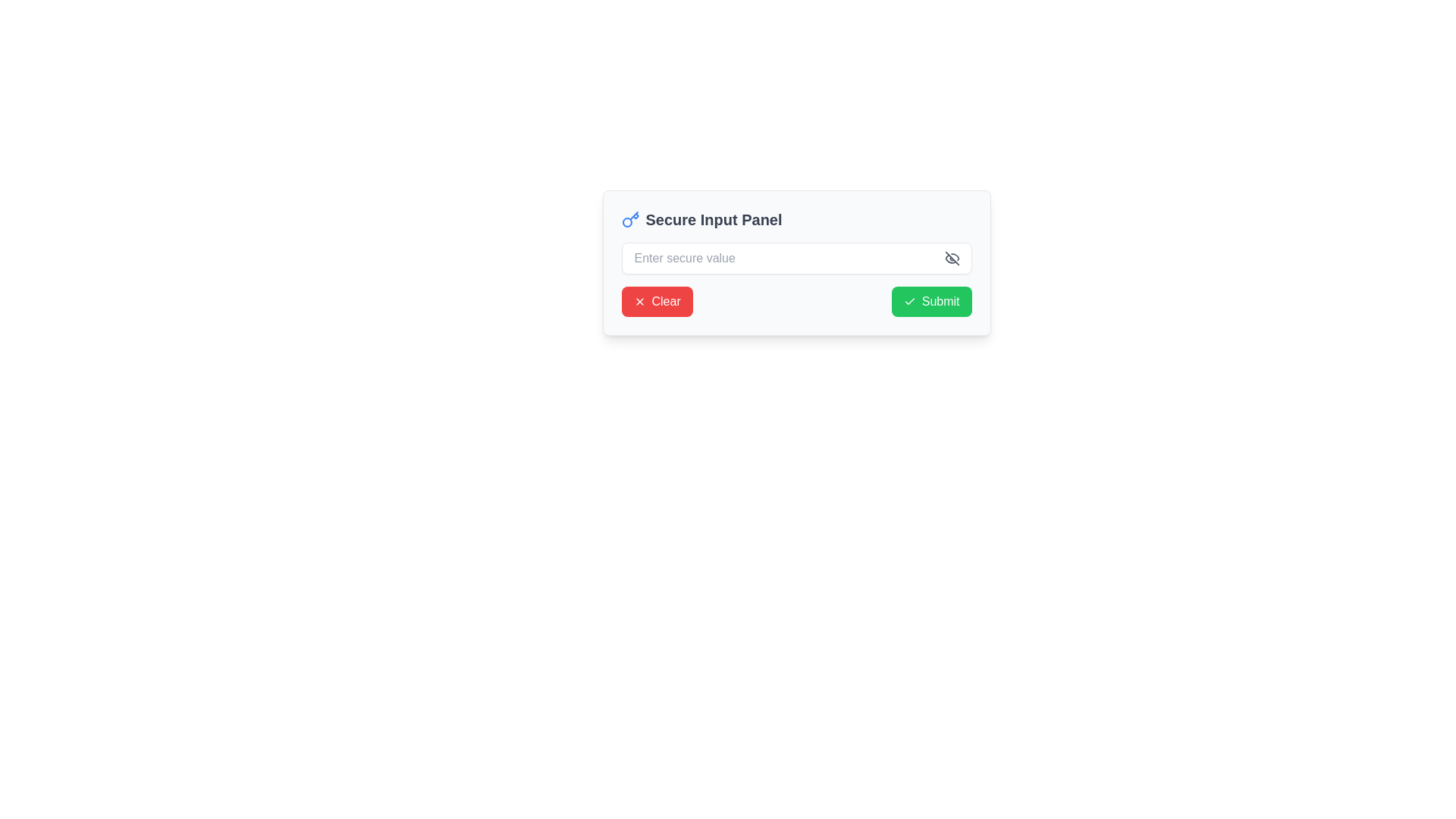 The width and height of the screenshot is (1456, 819). Describe the element at coordinates (657, 301) in the screenshot. I see `the 'Clear' button with a red background and white rounded edges to observe hover effects` at that location.